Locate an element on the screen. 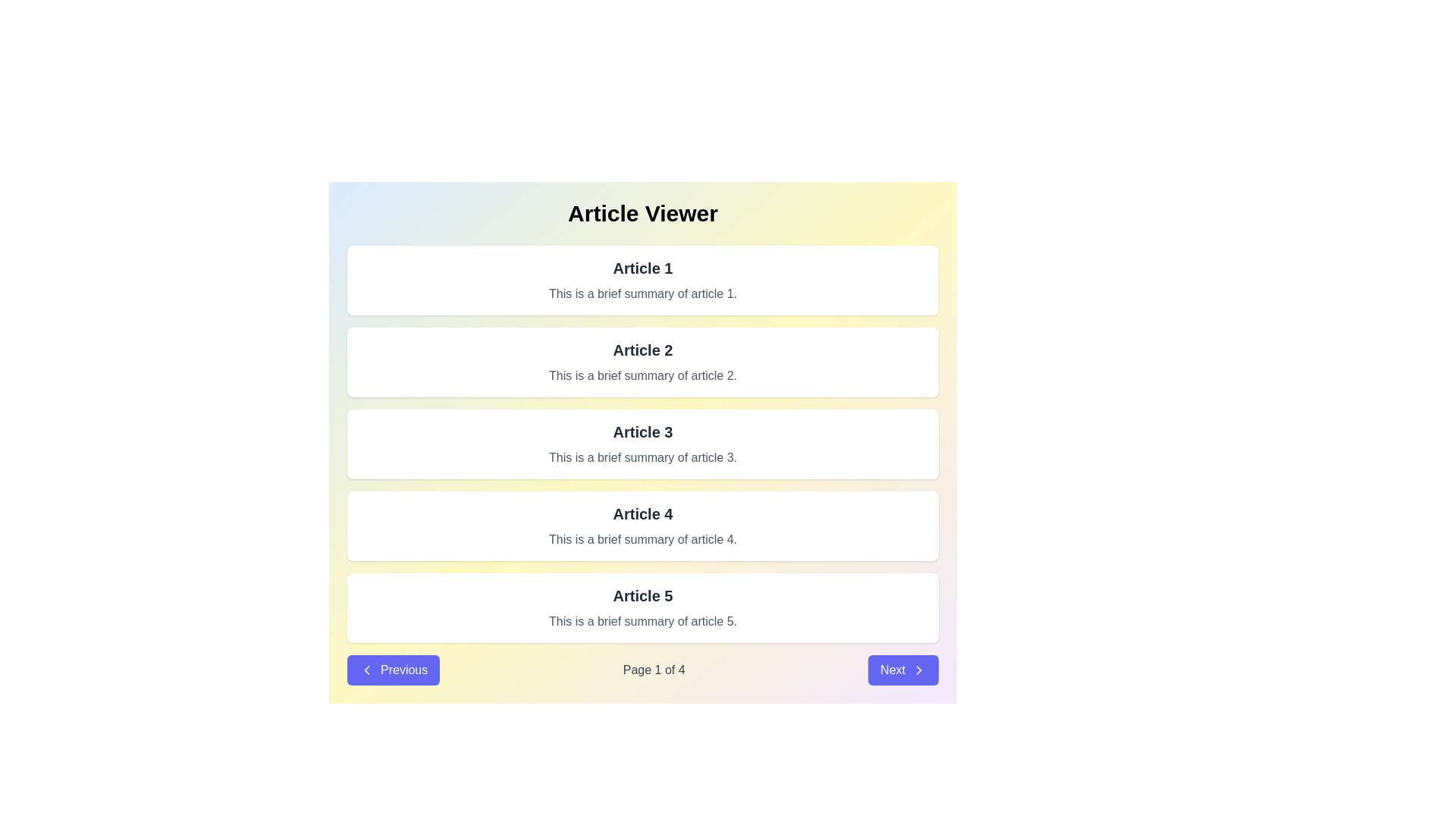 The height and width of the screenshot is (819, 1456). the text element that provides a summary about Article 5, located below the header 'Article 5' in the bottommost article card is located at coordinates (643, 622).